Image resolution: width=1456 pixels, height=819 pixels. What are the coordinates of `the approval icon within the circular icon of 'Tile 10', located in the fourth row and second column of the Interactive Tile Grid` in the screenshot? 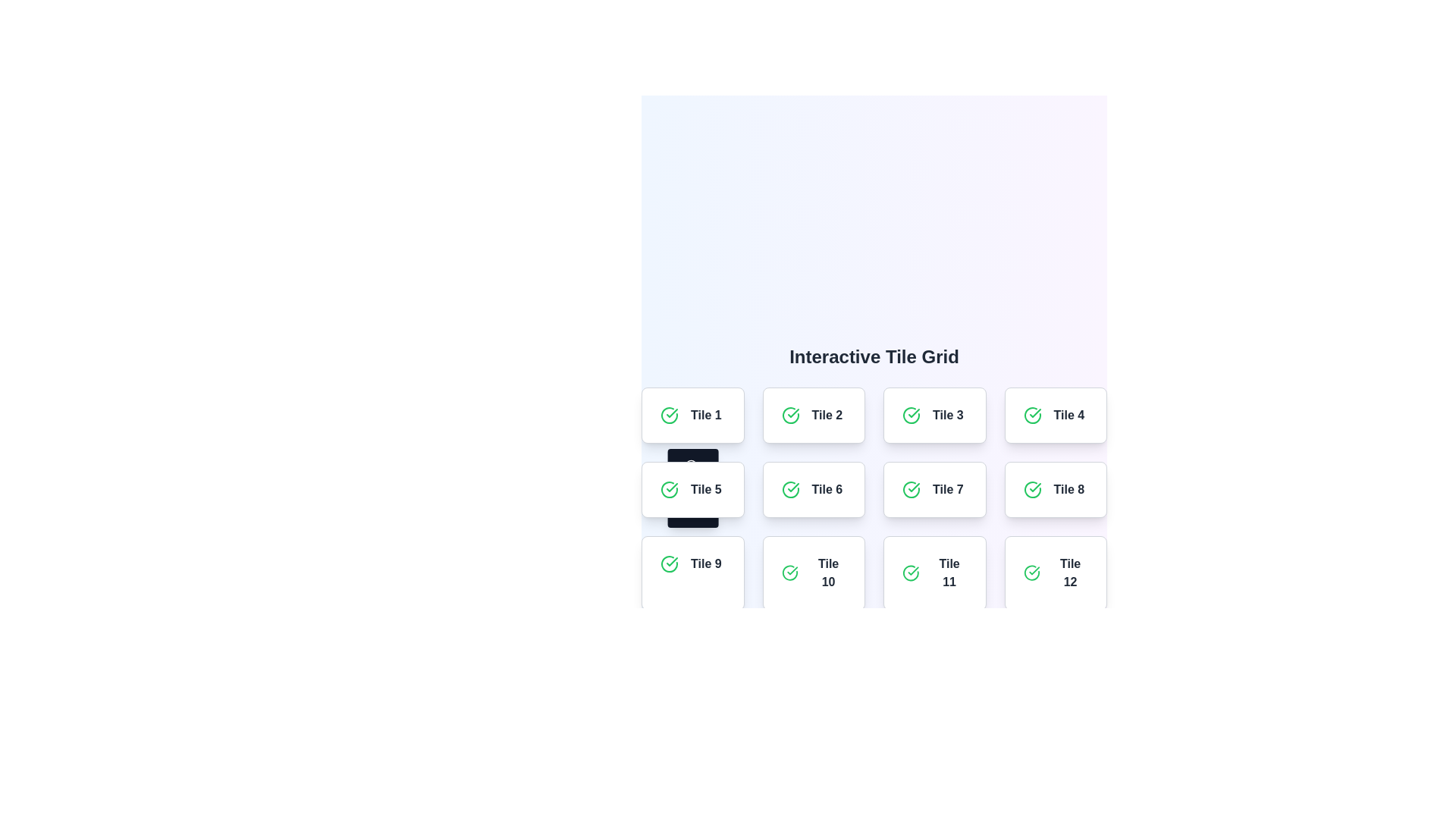 It's located at (792, 571).